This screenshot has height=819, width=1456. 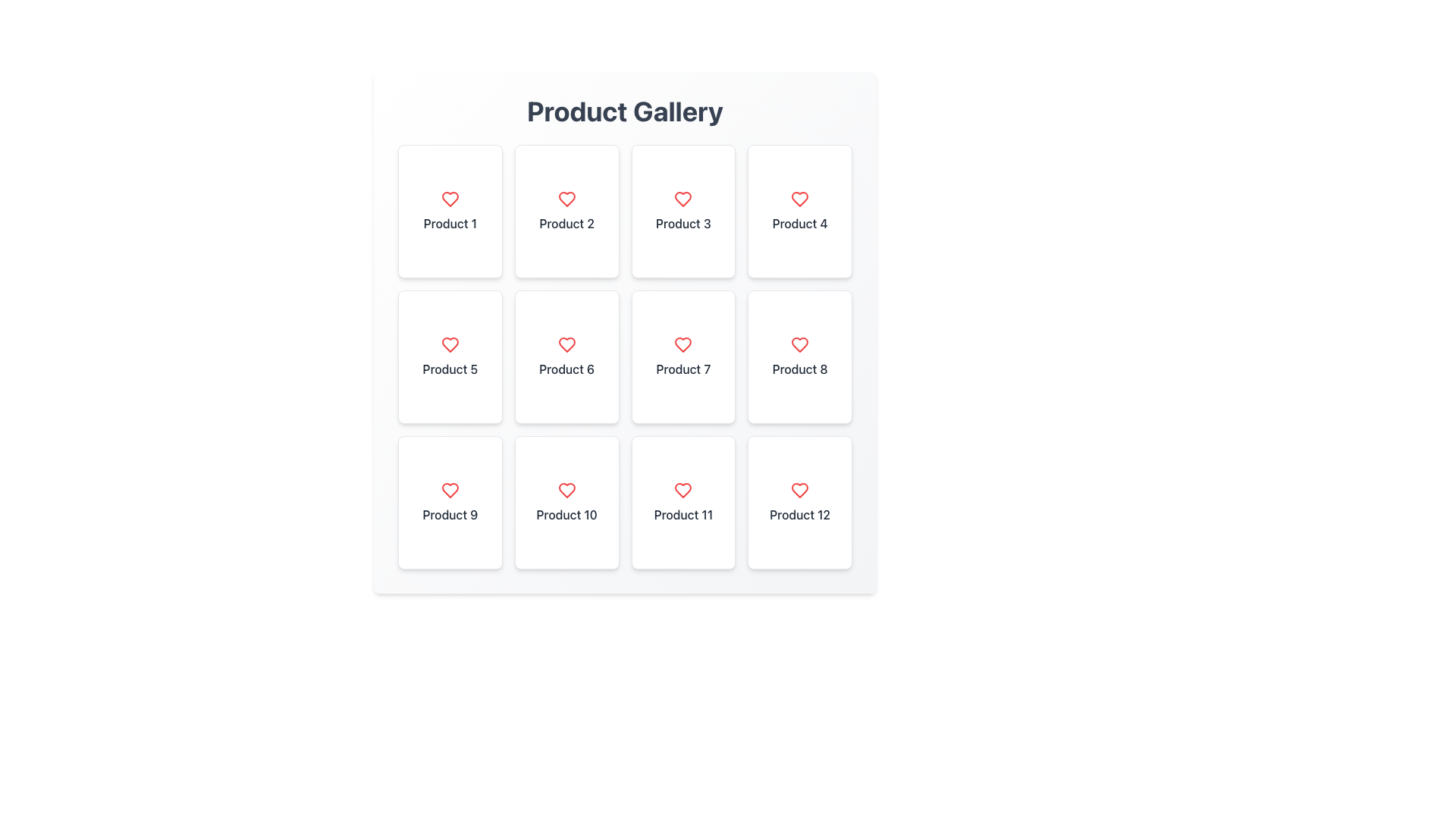 What do you see at coordinates (566, 369) in the screenshot?
I see `the text label displaying 'Product 6', which is styled with medium font weight and gray color, located in the center of its card in the 'Product Gallery' interface` at bounding box center [566, 369].